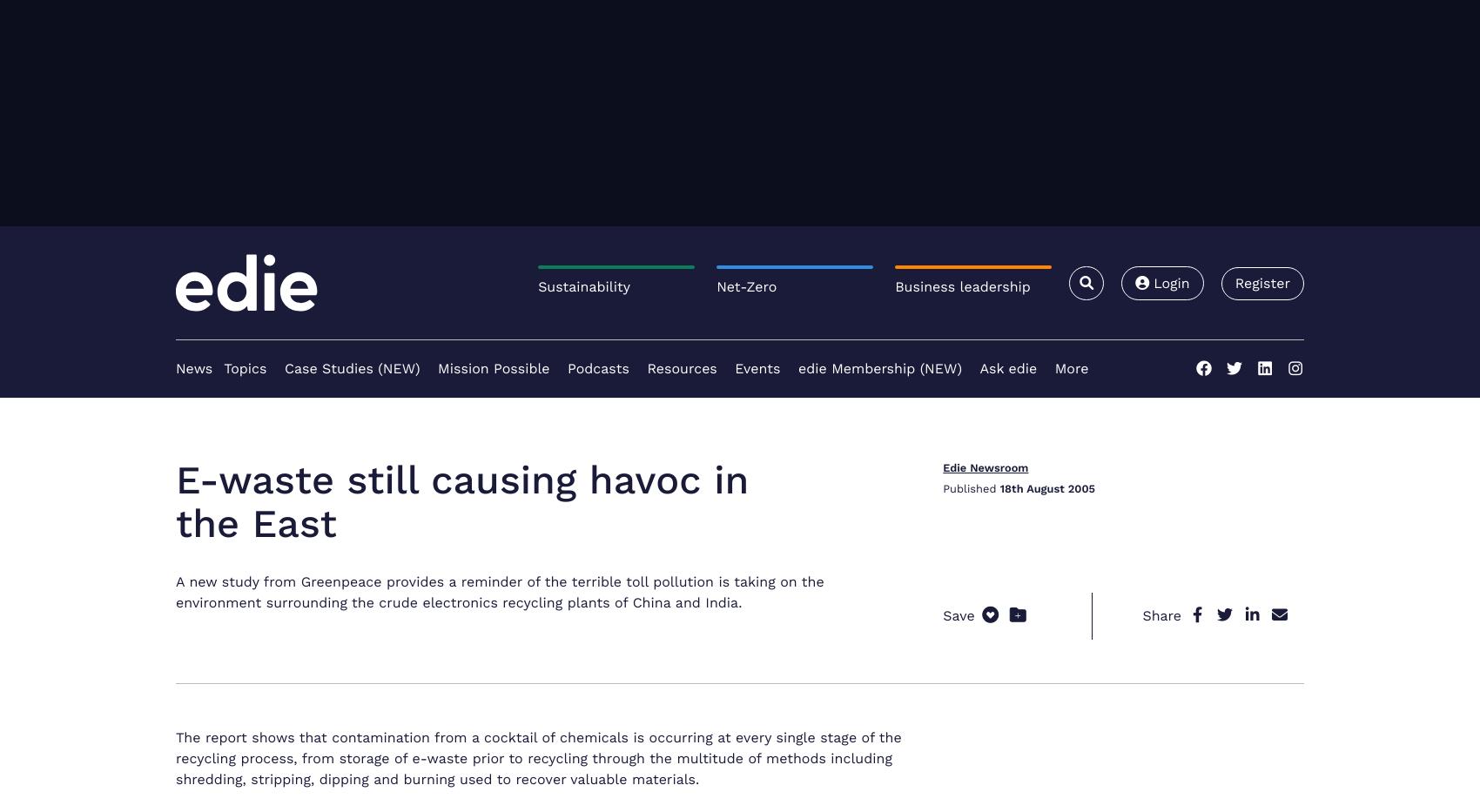 This screenshot has width=1480, height=812. I want to click on 'Partner Content', so click(174, 156).